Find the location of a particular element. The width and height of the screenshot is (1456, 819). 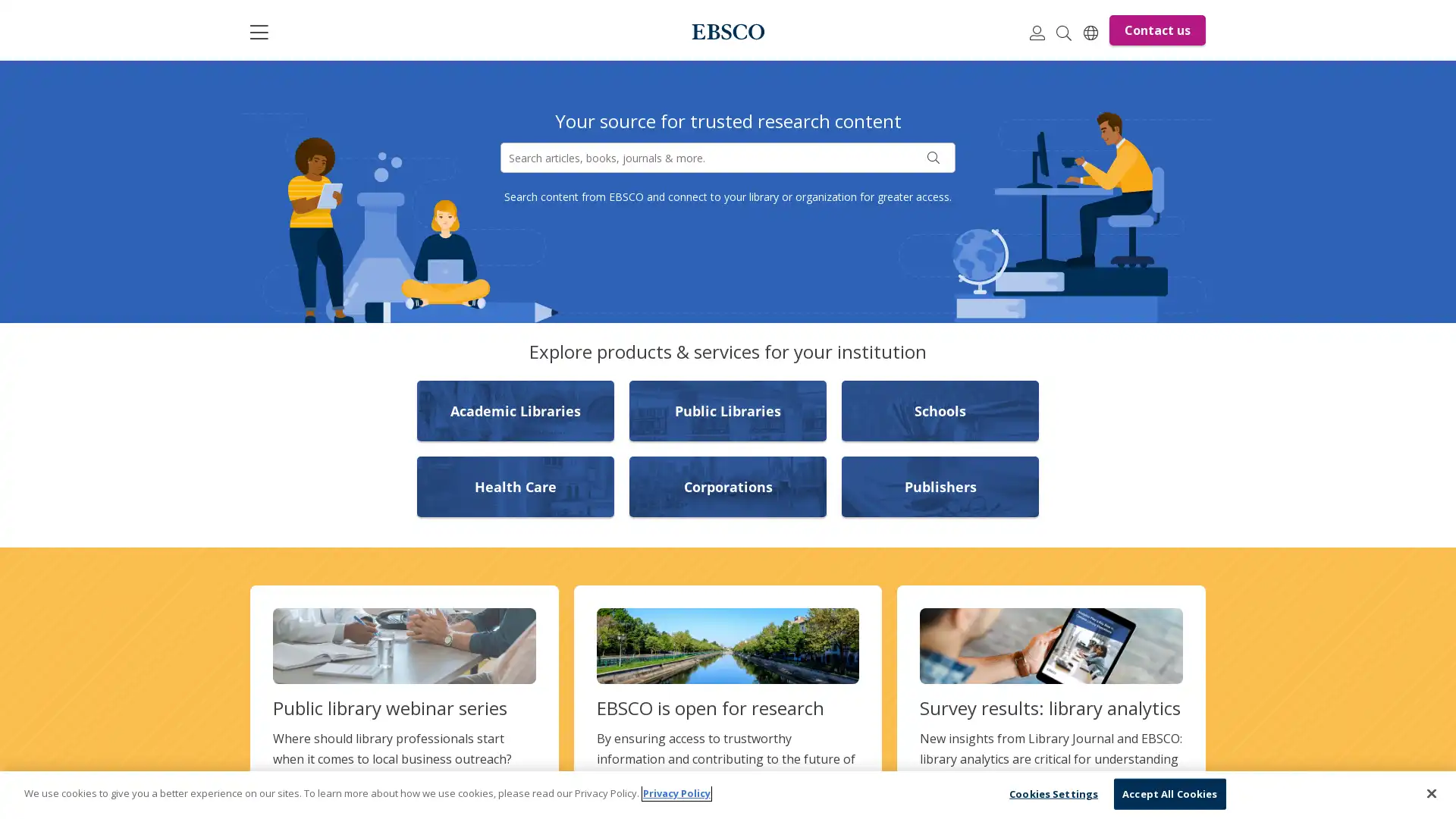

Accept All Cookies is located at coordinates (1169, 792).